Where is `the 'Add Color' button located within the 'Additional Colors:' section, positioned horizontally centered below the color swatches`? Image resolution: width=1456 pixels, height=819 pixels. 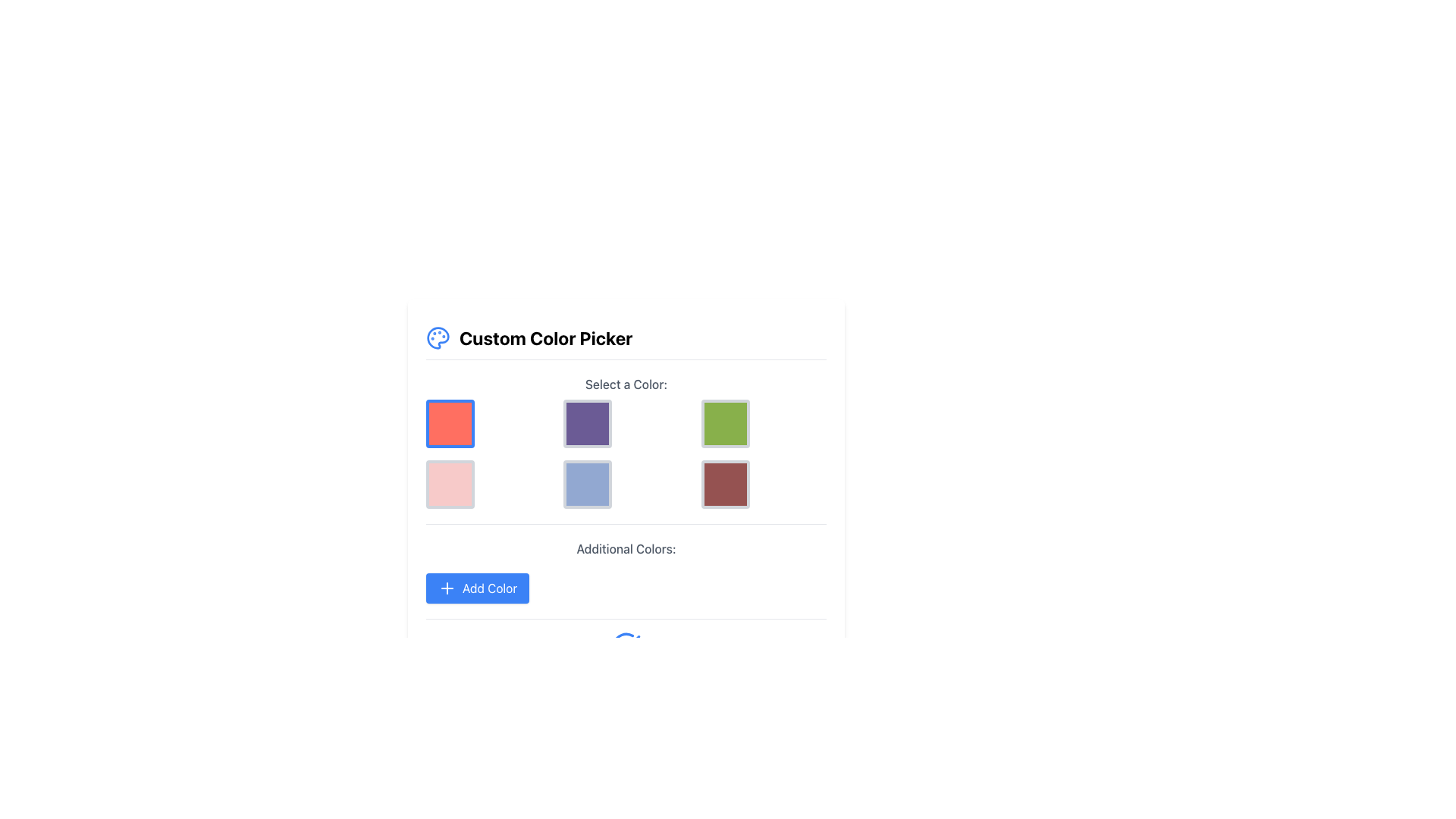
the 'Add Color' button located within the 'Additional Colors:' section, positioned horizontally centered below the color swatches is located at coordinates (477, 587).